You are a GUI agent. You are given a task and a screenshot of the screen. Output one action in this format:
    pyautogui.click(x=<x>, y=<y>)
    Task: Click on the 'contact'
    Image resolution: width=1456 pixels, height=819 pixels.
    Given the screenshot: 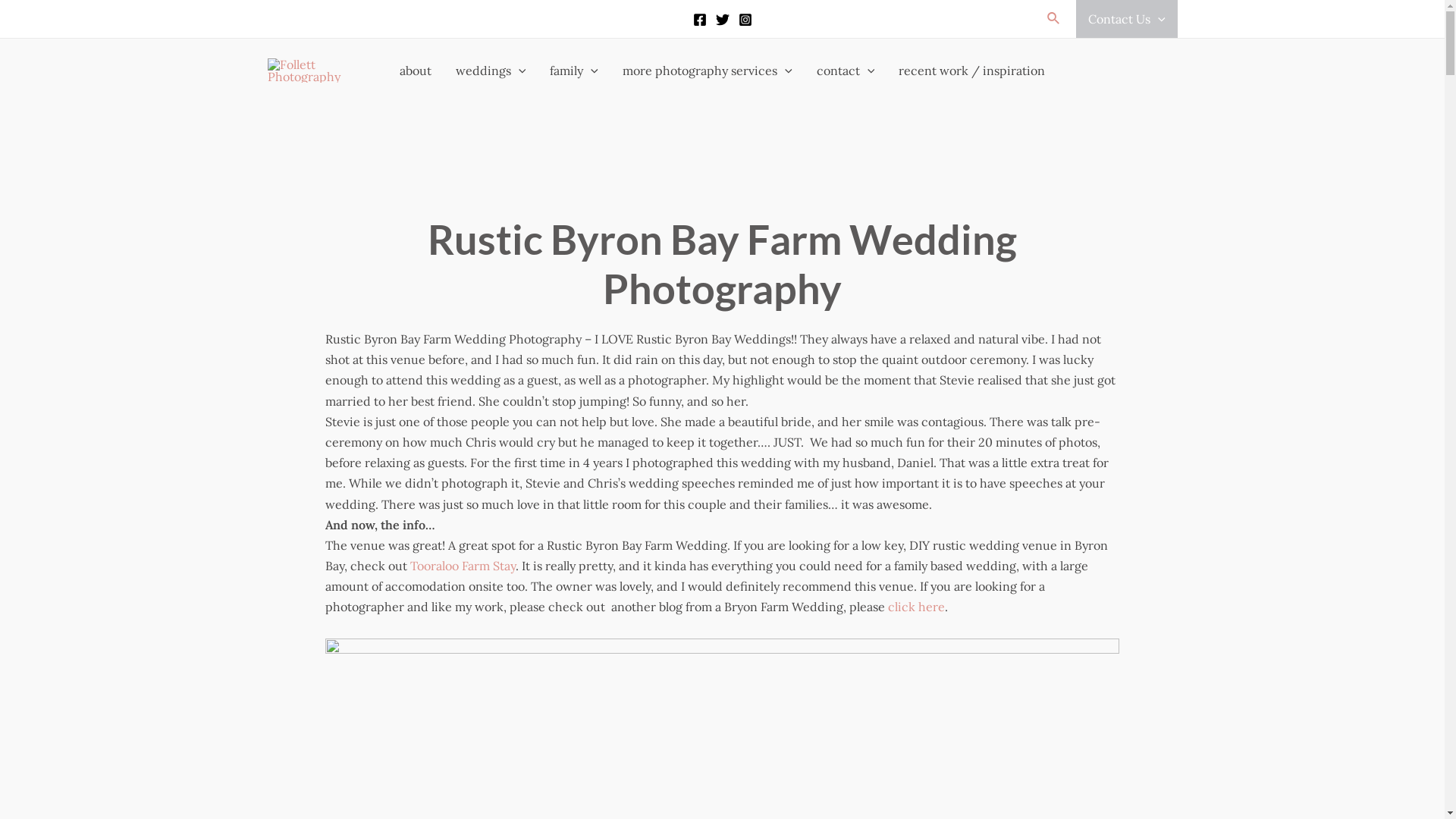 What is the action you would take?
    pyautogui.click(x=845, y=70)
    